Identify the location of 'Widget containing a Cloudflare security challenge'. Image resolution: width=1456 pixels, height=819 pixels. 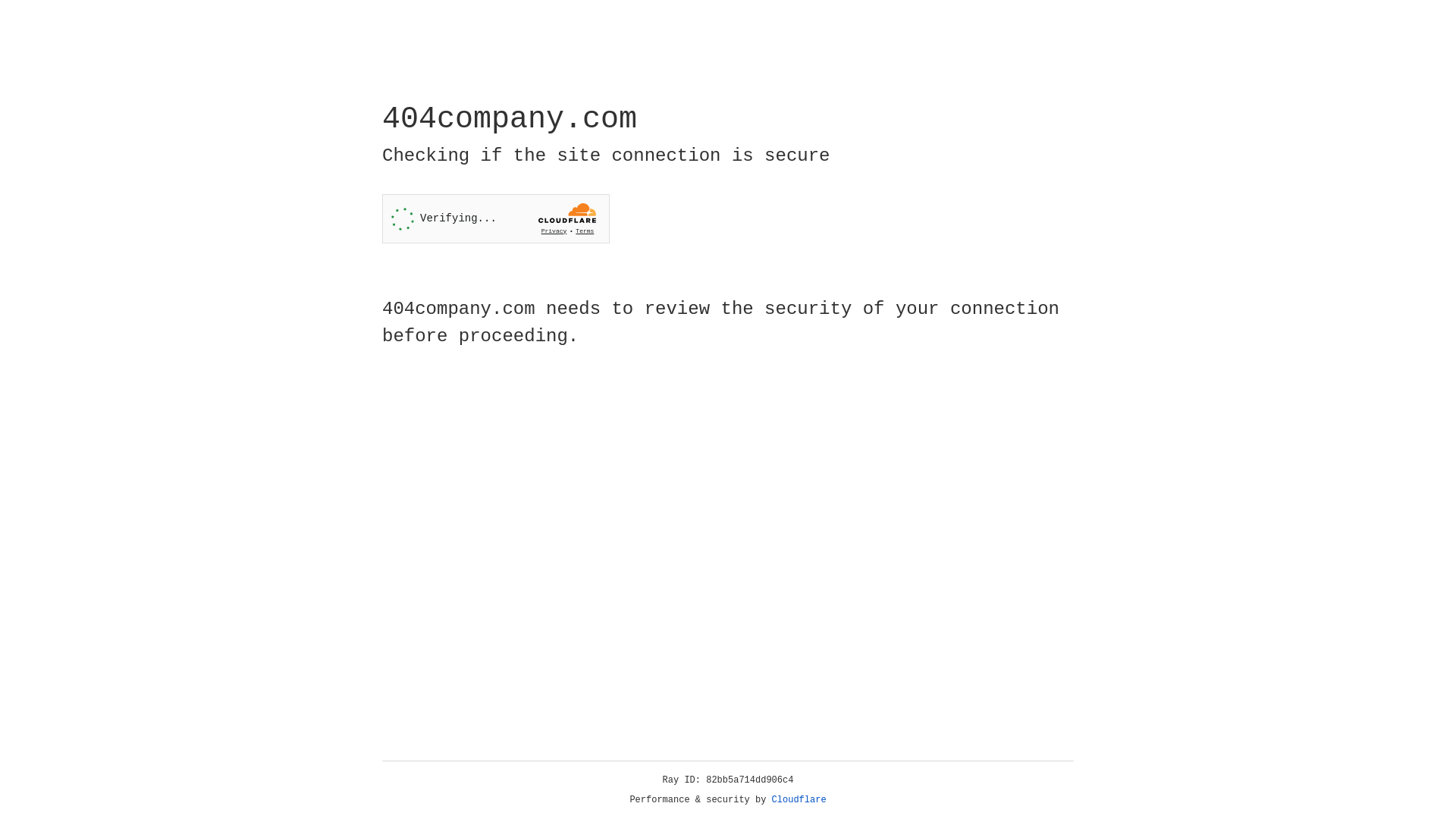
(495, 218).